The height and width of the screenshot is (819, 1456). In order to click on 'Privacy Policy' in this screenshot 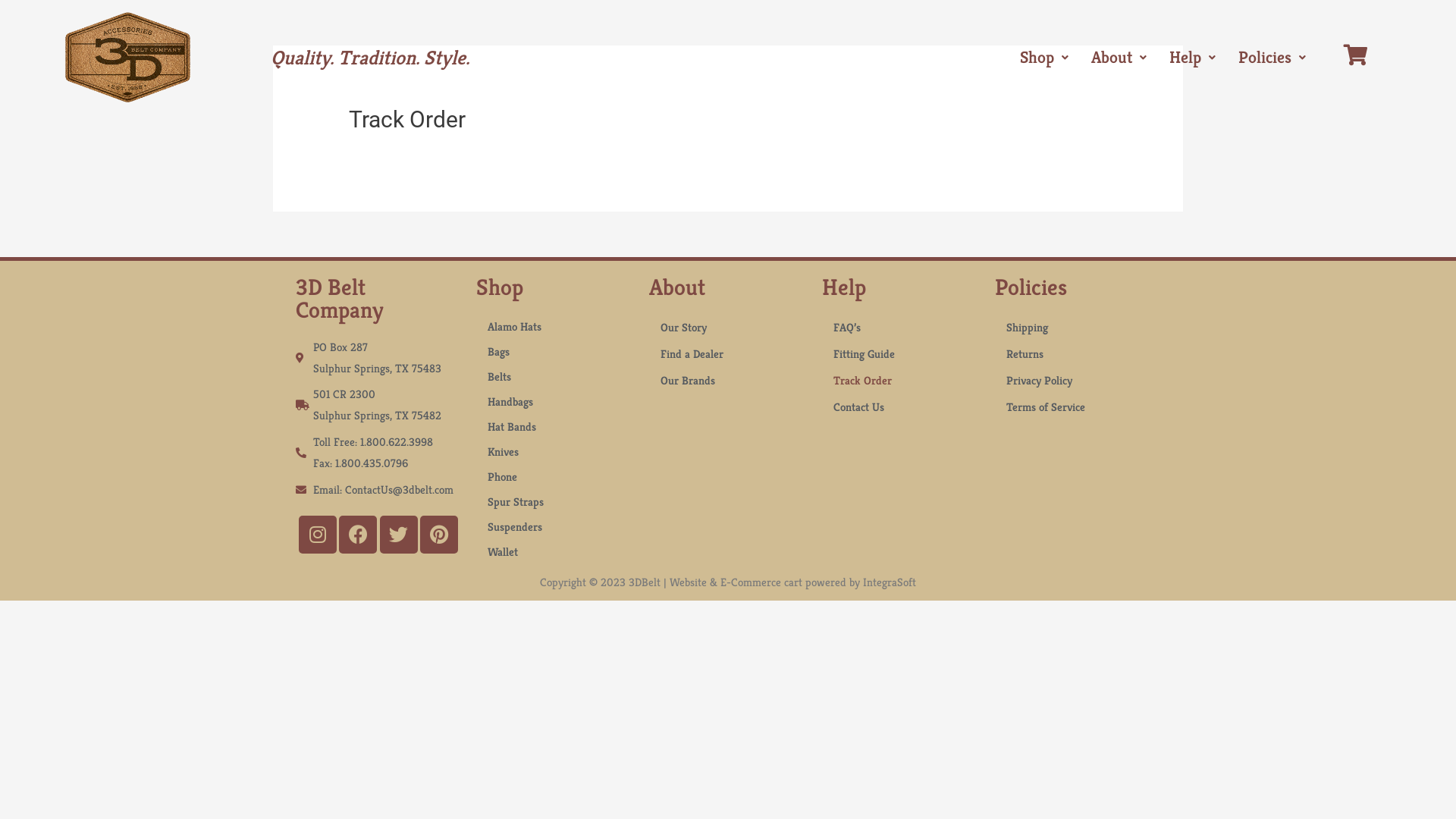, I will do `click(1073, 379)`.